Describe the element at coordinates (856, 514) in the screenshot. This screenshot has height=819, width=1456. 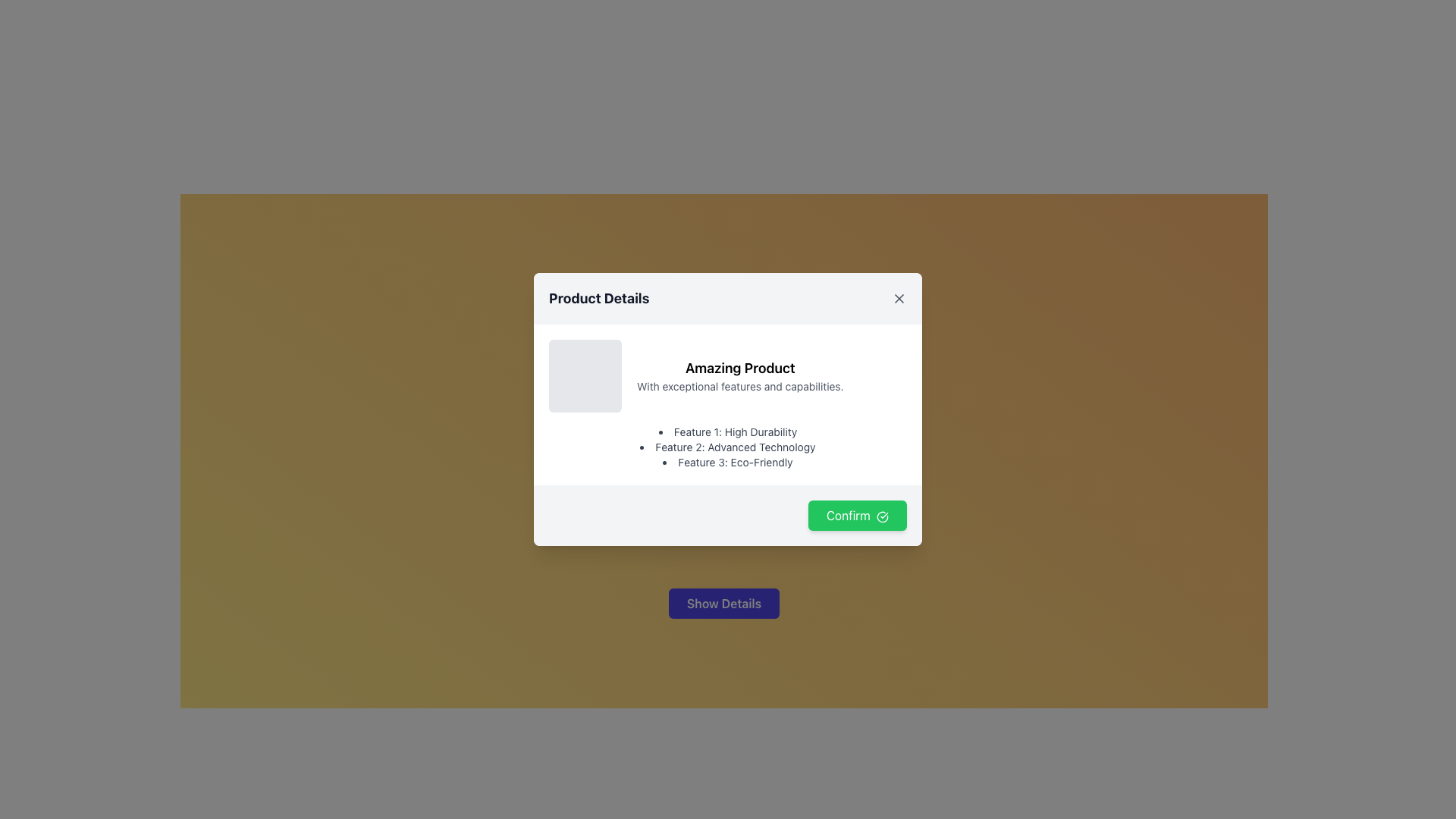
I see `the green rectangular 'Confirm' button with rounded corners located at the bottom-right corner of the modal window to confirm the action` at that location.